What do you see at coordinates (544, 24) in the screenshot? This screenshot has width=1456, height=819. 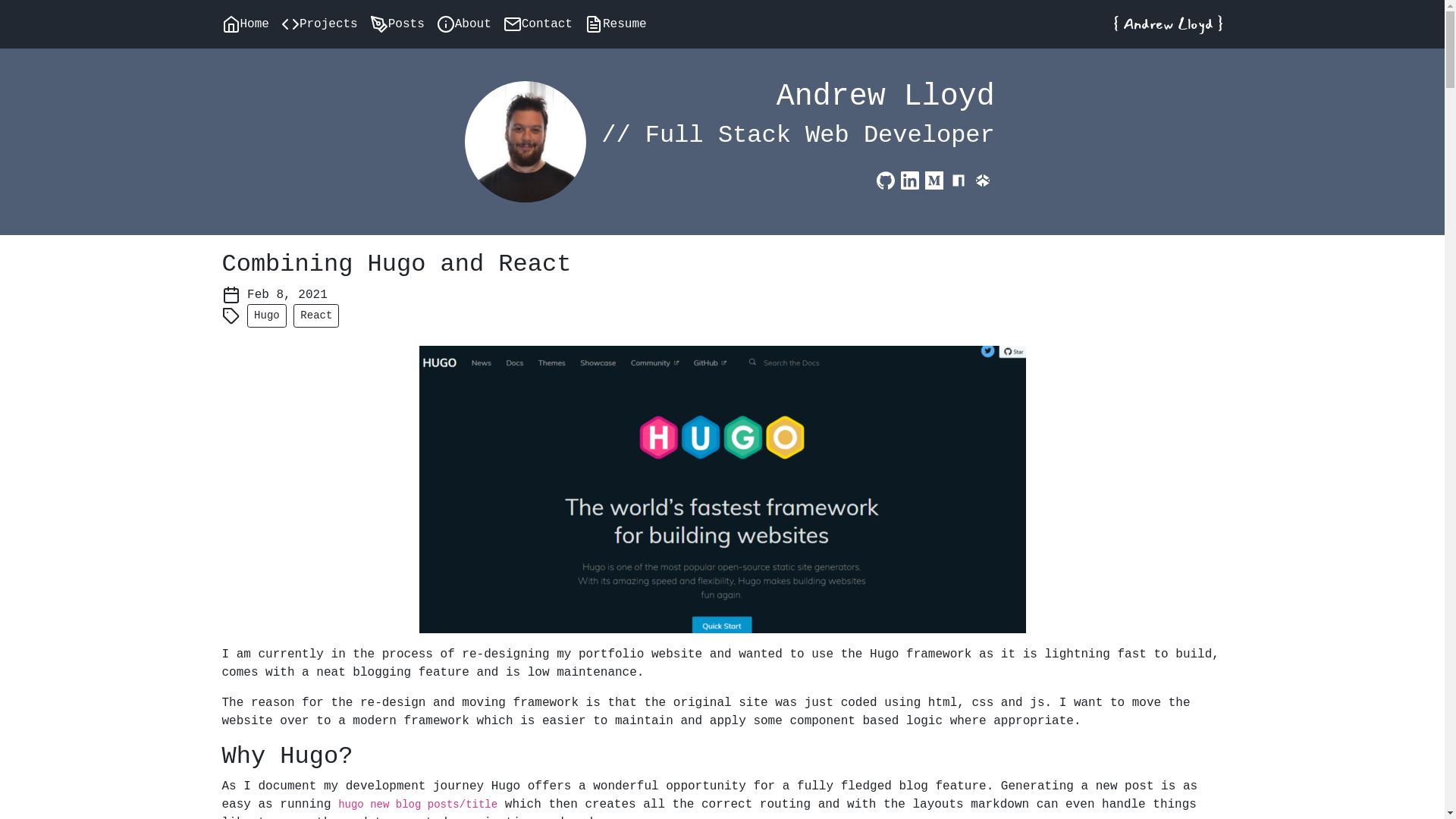 I see `'Contact'` at bounding box center [544, 24].